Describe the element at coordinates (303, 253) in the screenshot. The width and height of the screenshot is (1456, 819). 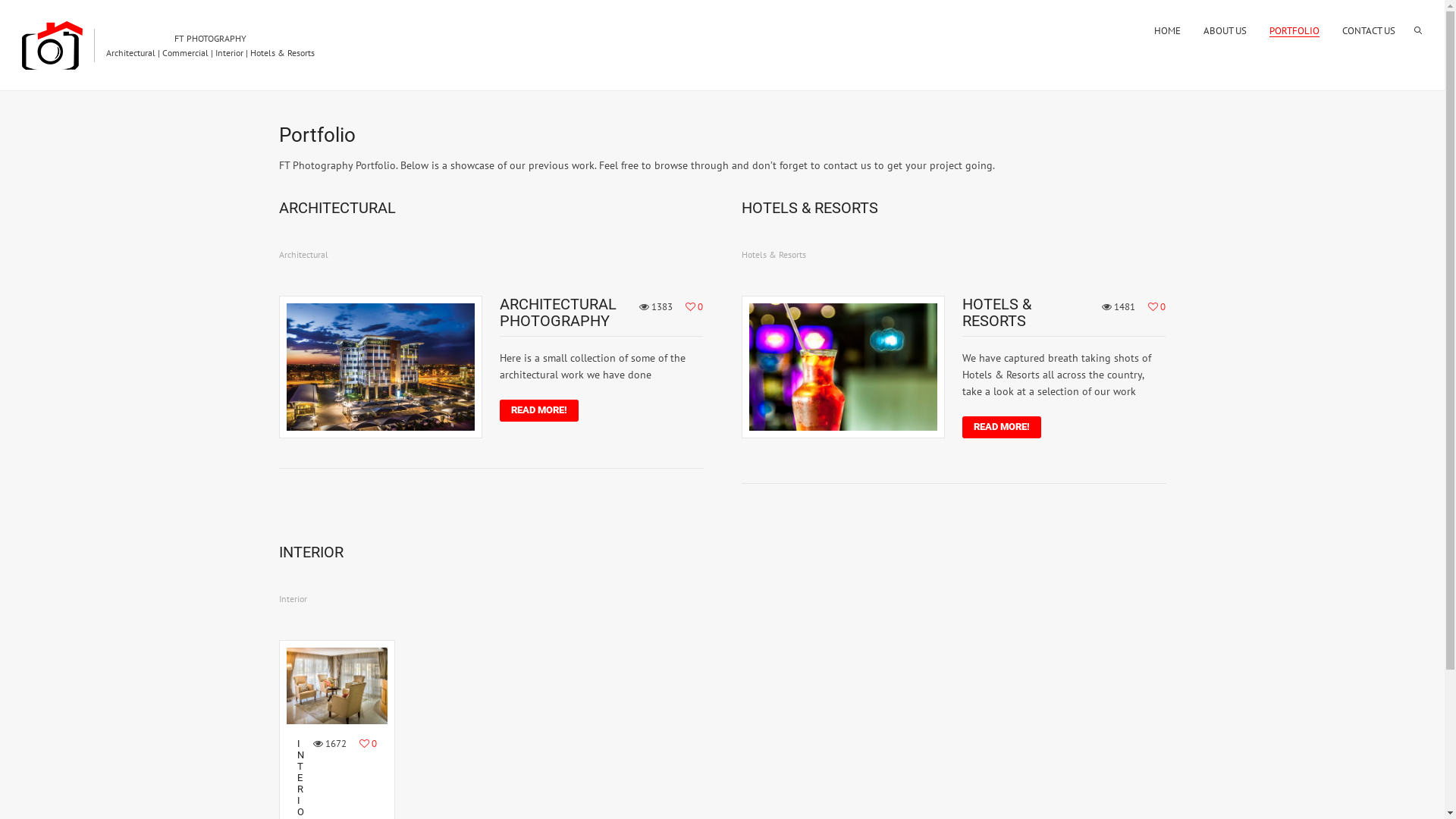
I see `'Architectural'` at that location.